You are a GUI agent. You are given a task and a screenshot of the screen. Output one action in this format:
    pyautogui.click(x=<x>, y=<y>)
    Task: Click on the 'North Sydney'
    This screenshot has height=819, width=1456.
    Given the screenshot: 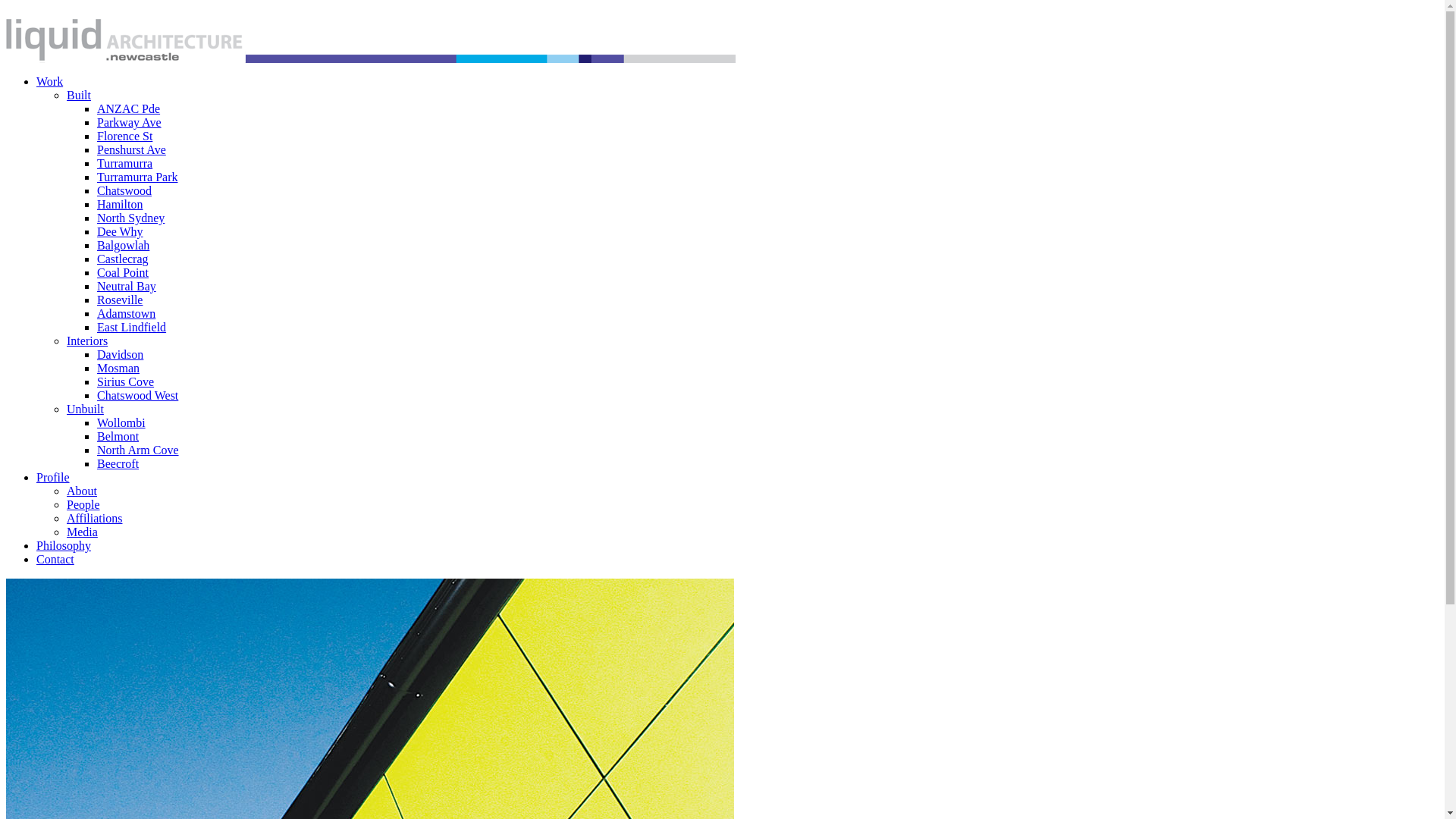 What is the action you would take?
    pyautogui.click(x=130, y=218)
    